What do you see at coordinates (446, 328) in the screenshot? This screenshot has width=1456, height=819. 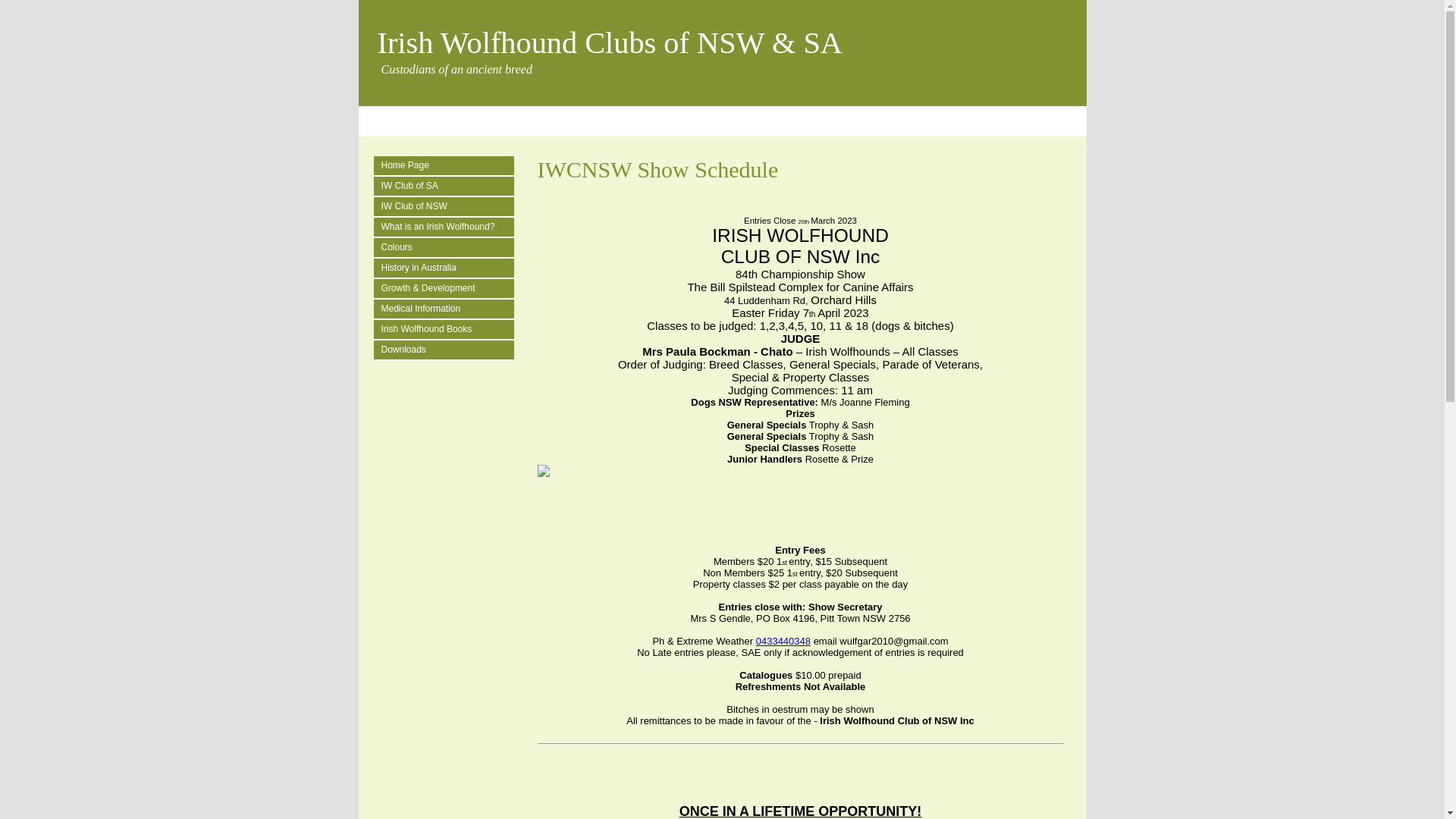 I see `'Irish Wolfhound Books'` at bounding box center [446, 328].